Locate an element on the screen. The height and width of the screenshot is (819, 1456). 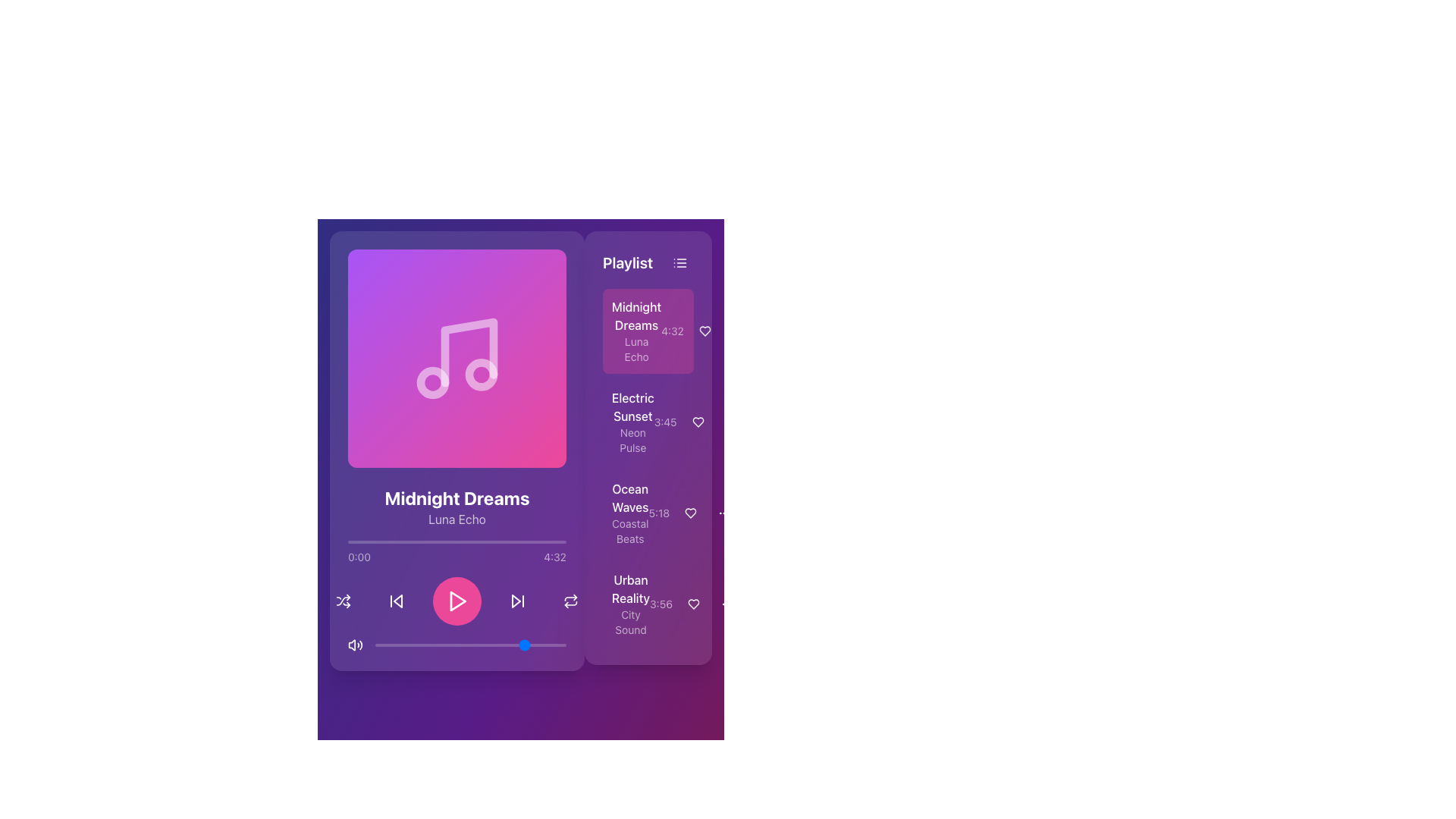
the progress bar located beneath the music title and above the playback controls to interact with it is located at coordinates (457, 541).